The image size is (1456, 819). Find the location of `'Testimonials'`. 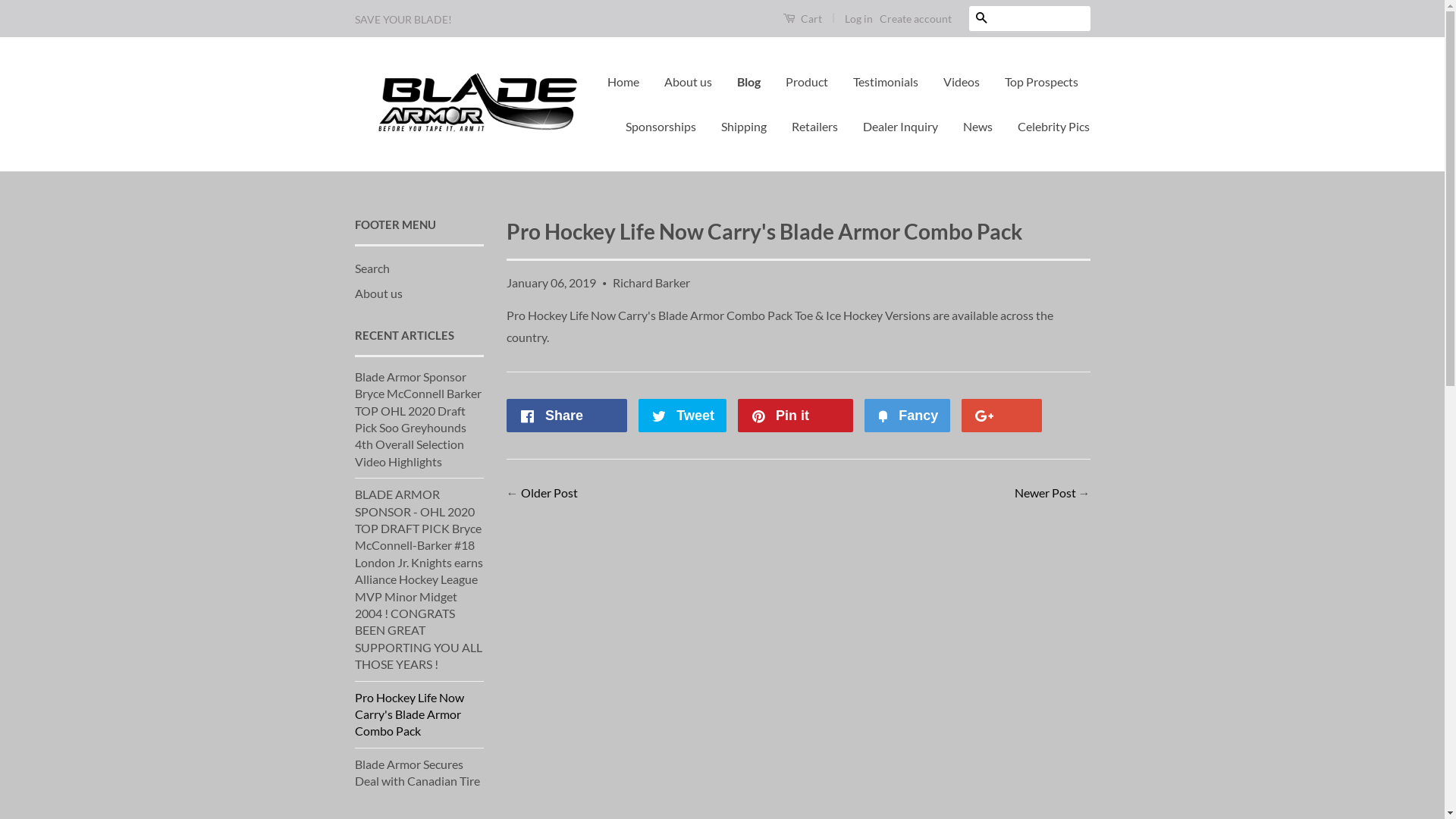

'Testimonials' is located at coordinates (885, 82).